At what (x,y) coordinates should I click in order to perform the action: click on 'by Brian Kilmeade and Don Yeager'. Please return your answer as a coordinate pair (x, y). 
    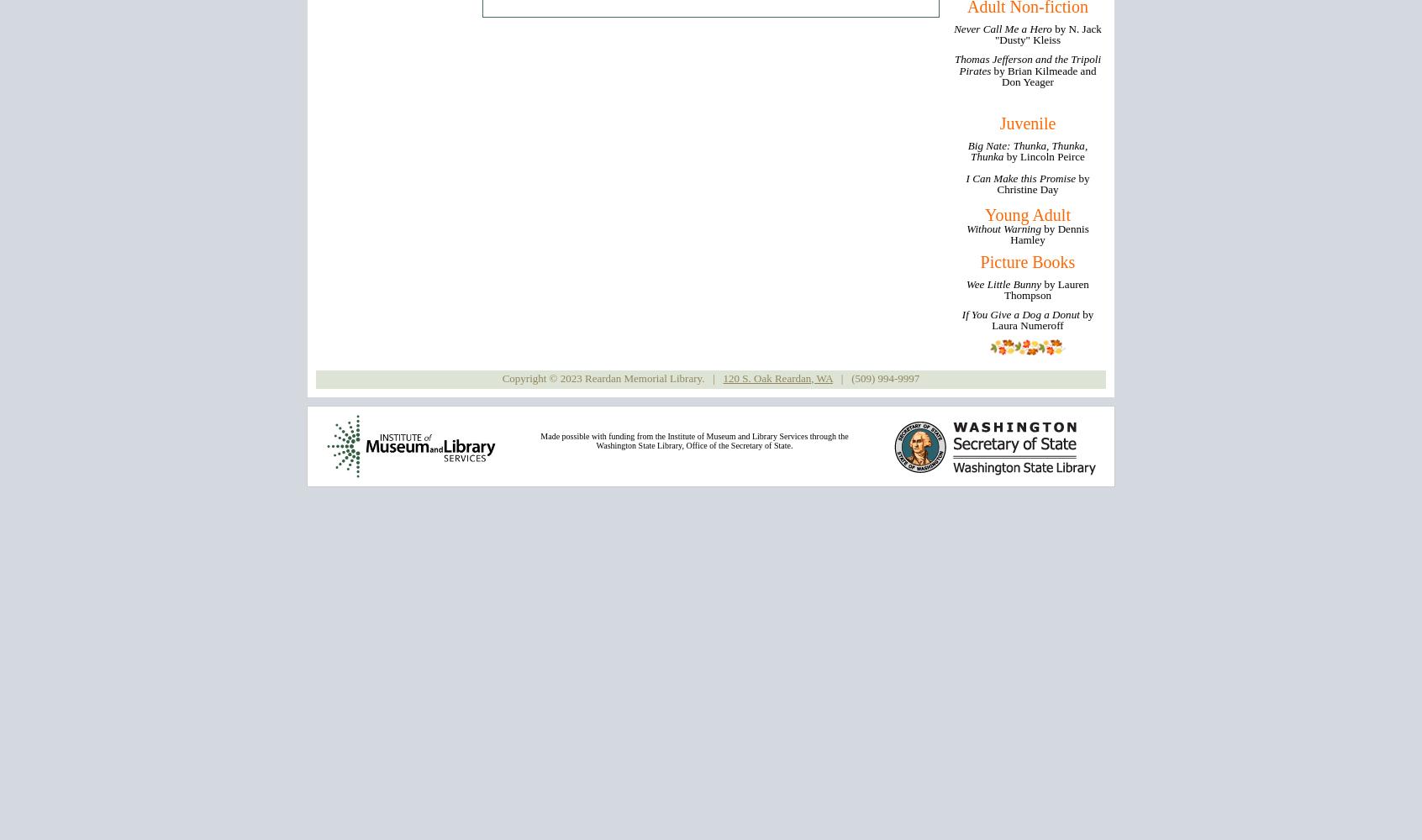
    Looking at the image, I should click on (993, 75).